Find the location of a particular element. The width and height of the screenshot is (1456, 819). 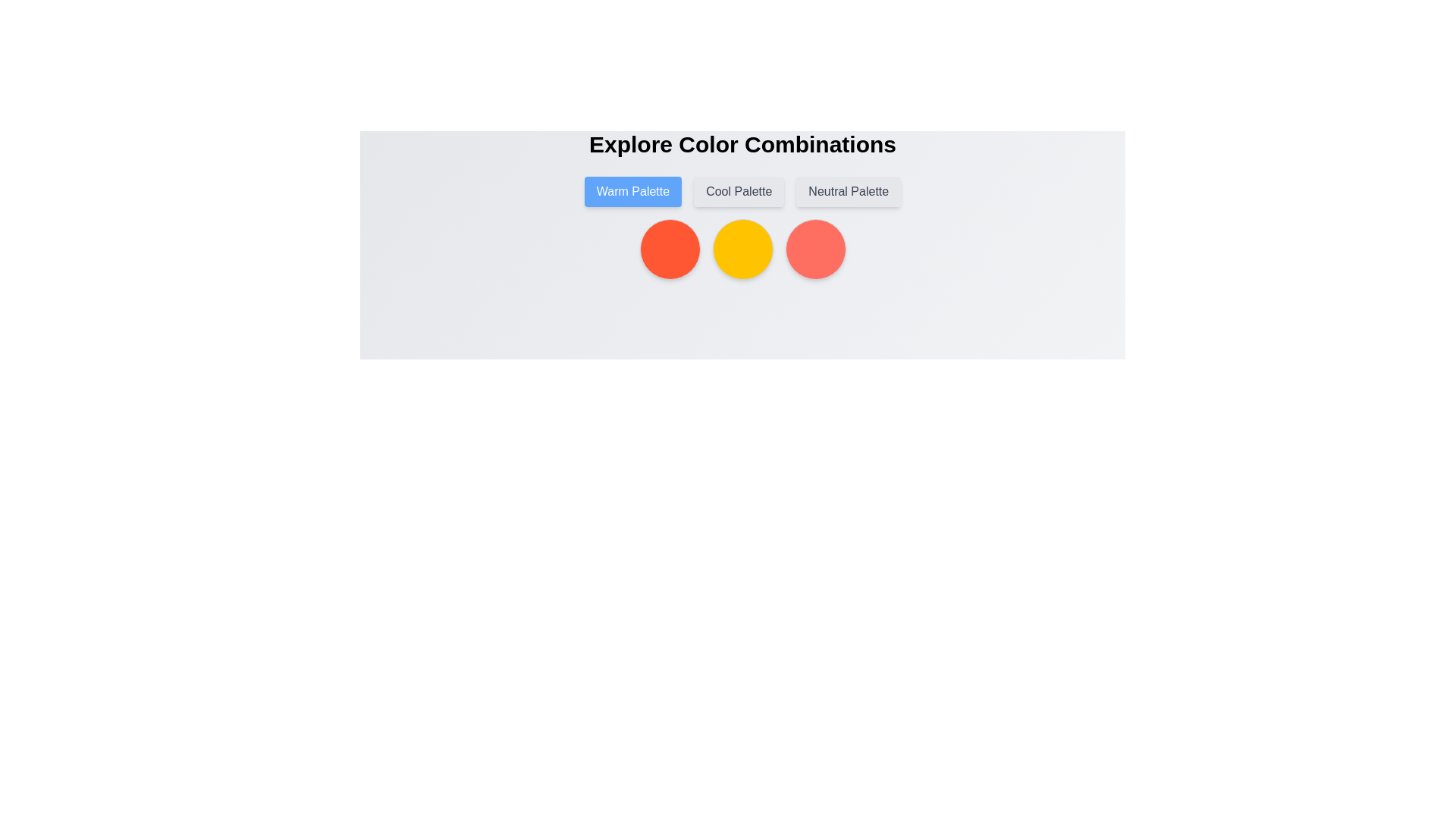

the first button on the left labeled 'Warm Palette' under the title 'Explore Color Combinations' is located at coordinates (633, 191).